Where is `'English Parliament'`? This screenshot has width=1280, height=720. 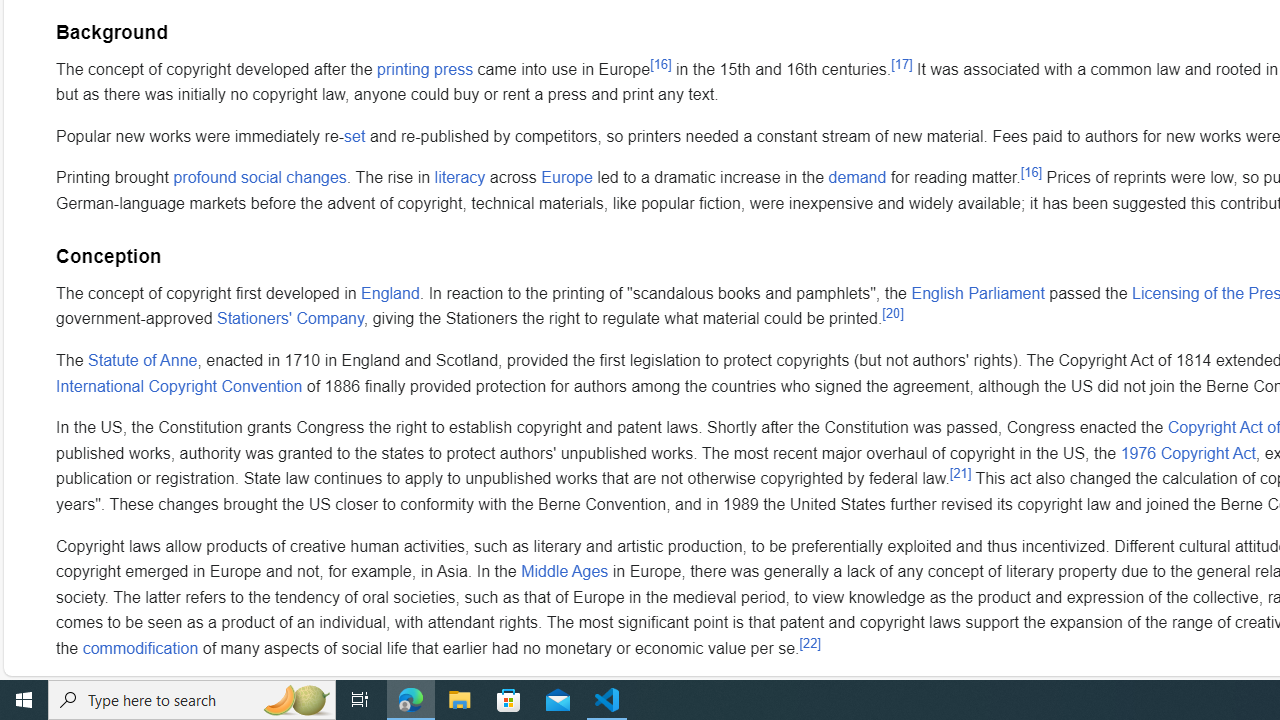 'English Parliament' is located at coordinates (977, 292).